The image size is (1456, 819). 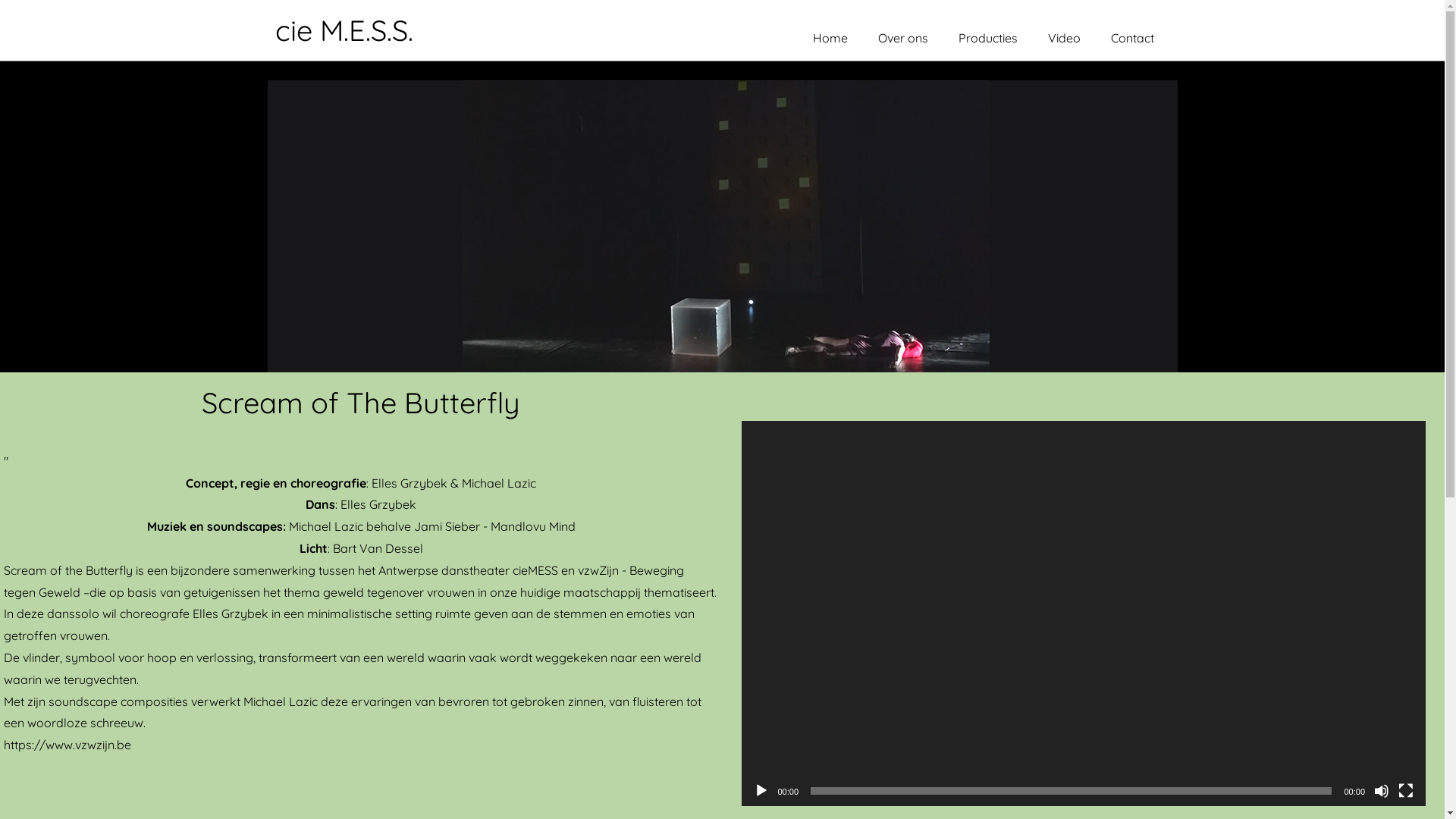 What do you see at coordinates (829, 37) in the screenshot?
I see `'Home'` at bounding box center [829, 37].